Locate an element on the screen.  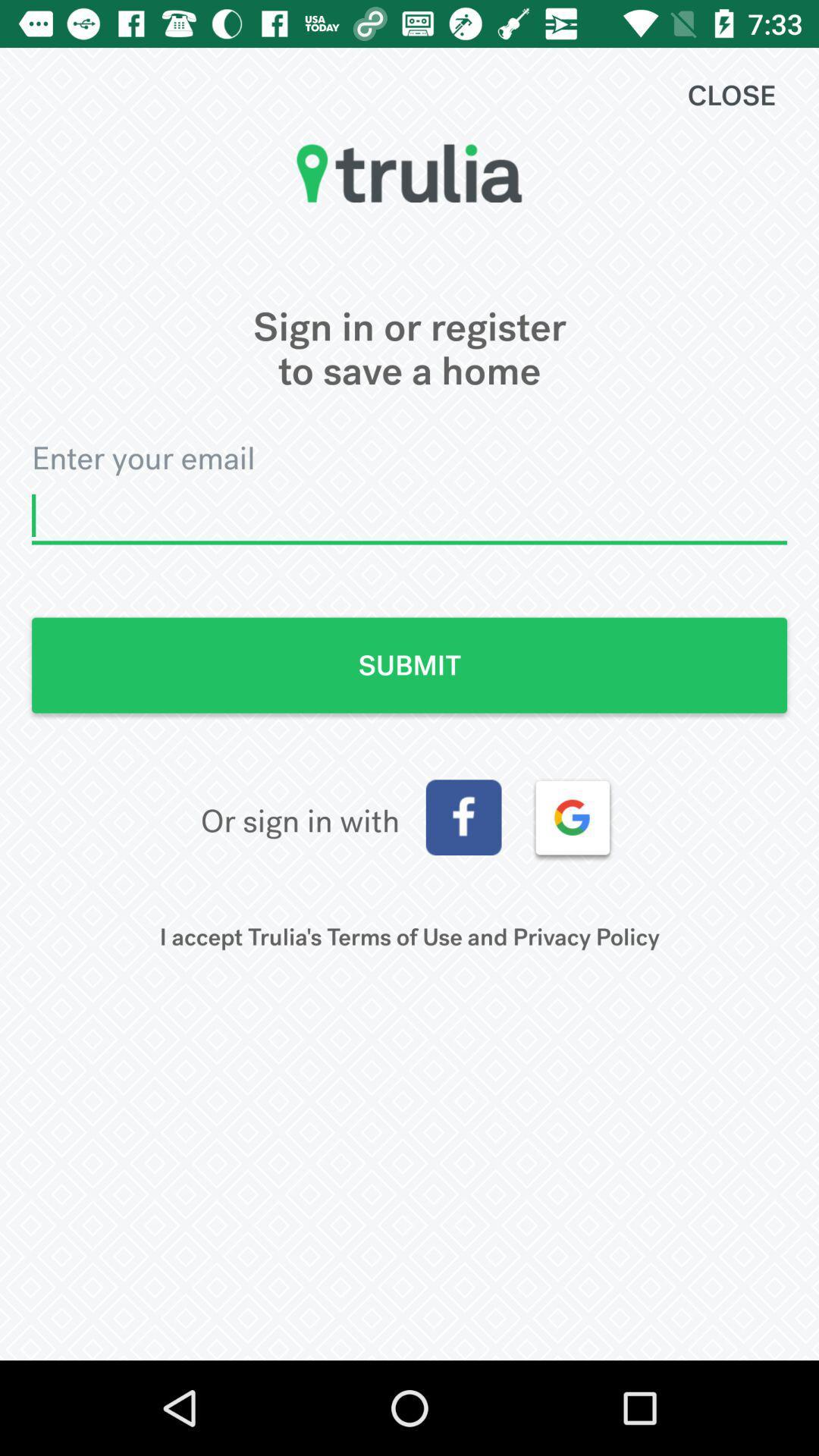
email address is located at coordinates (409, 516).